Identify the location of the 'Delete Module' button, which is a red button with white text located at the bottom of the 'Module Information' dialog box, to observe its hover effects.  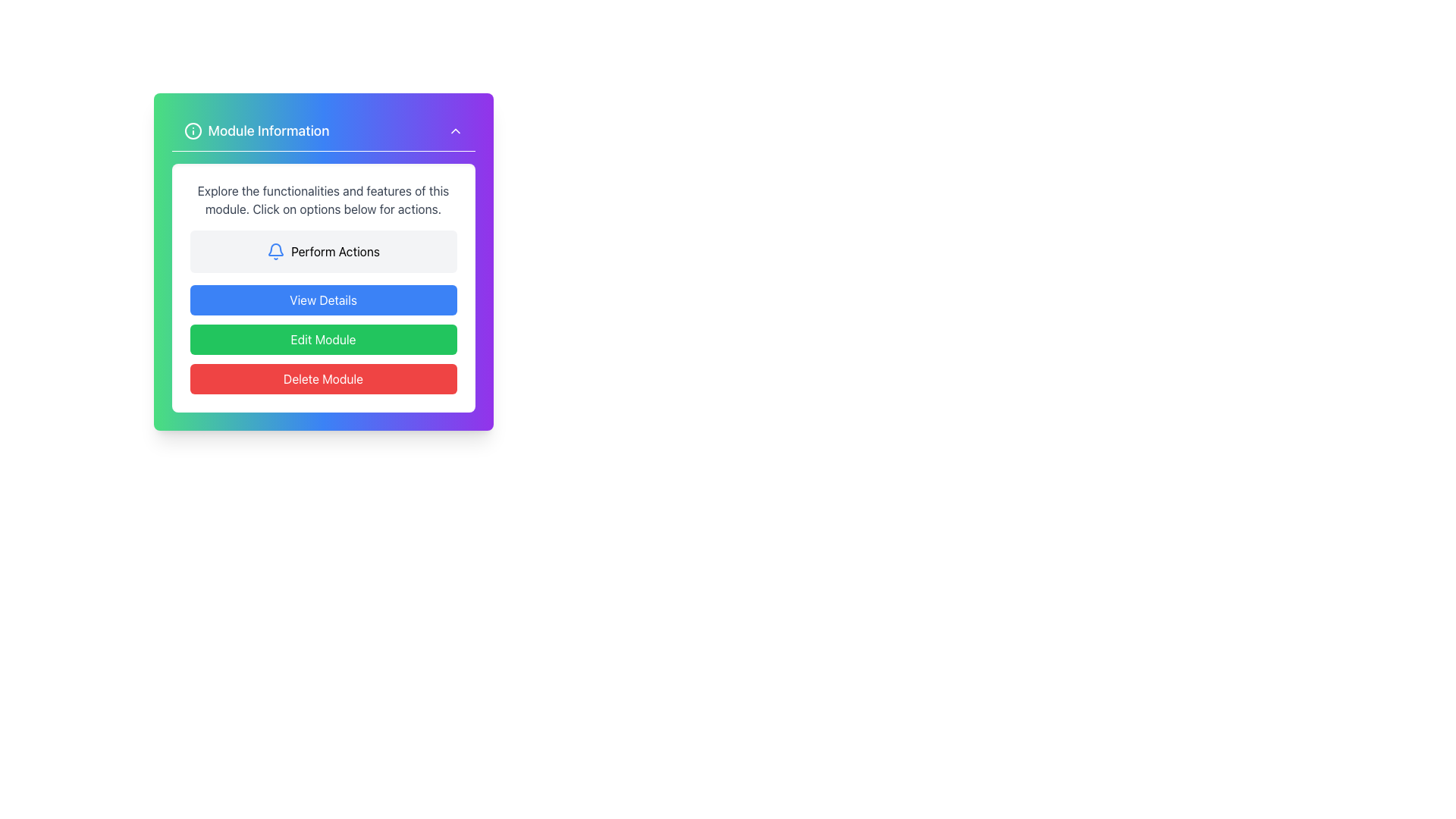
(322, 378).